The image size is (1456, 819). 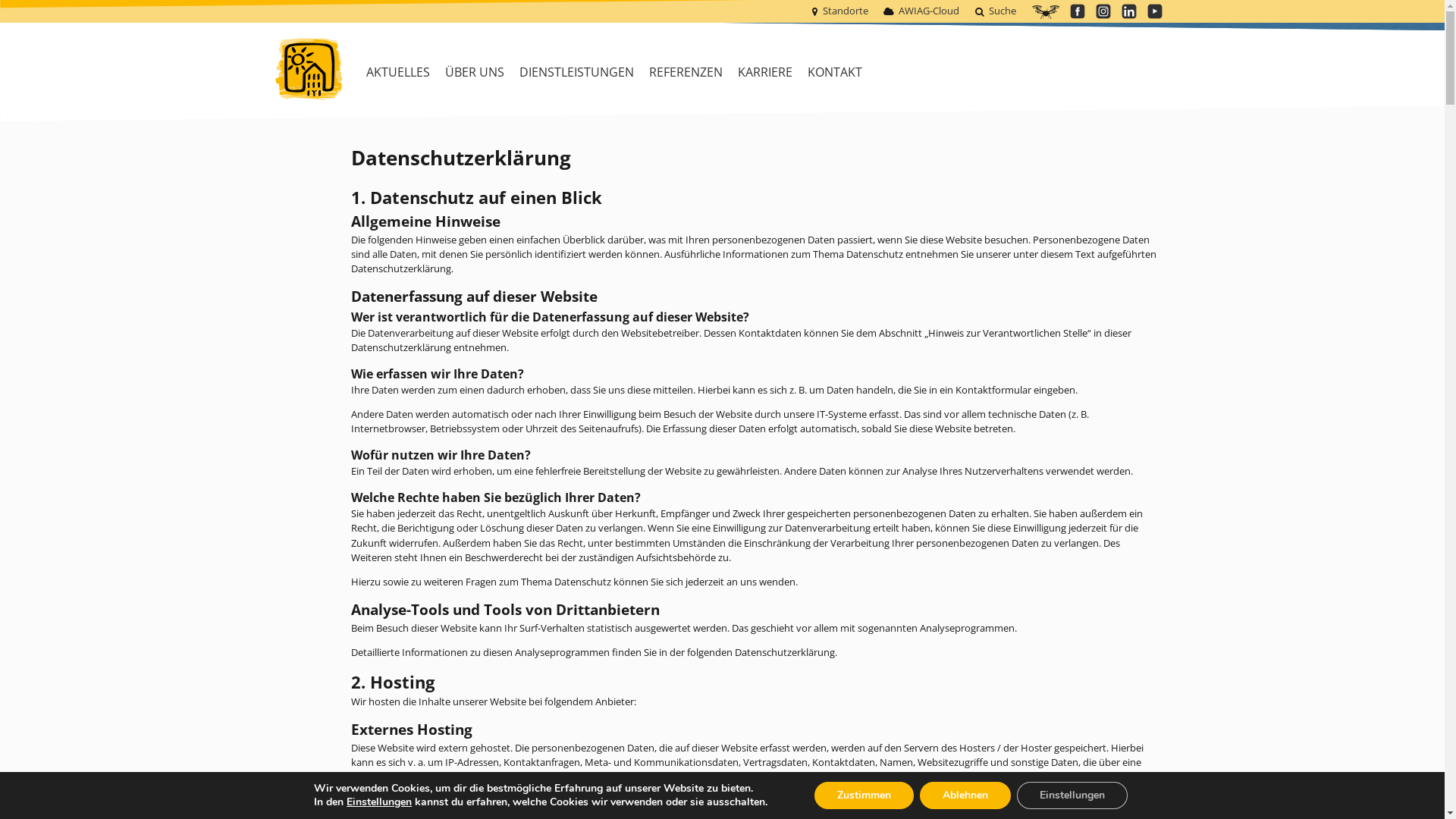 What do you see at coordinates (1153, 11) in the screenshot?
I see `'YouTube'` at bounding box center [1153, 11].